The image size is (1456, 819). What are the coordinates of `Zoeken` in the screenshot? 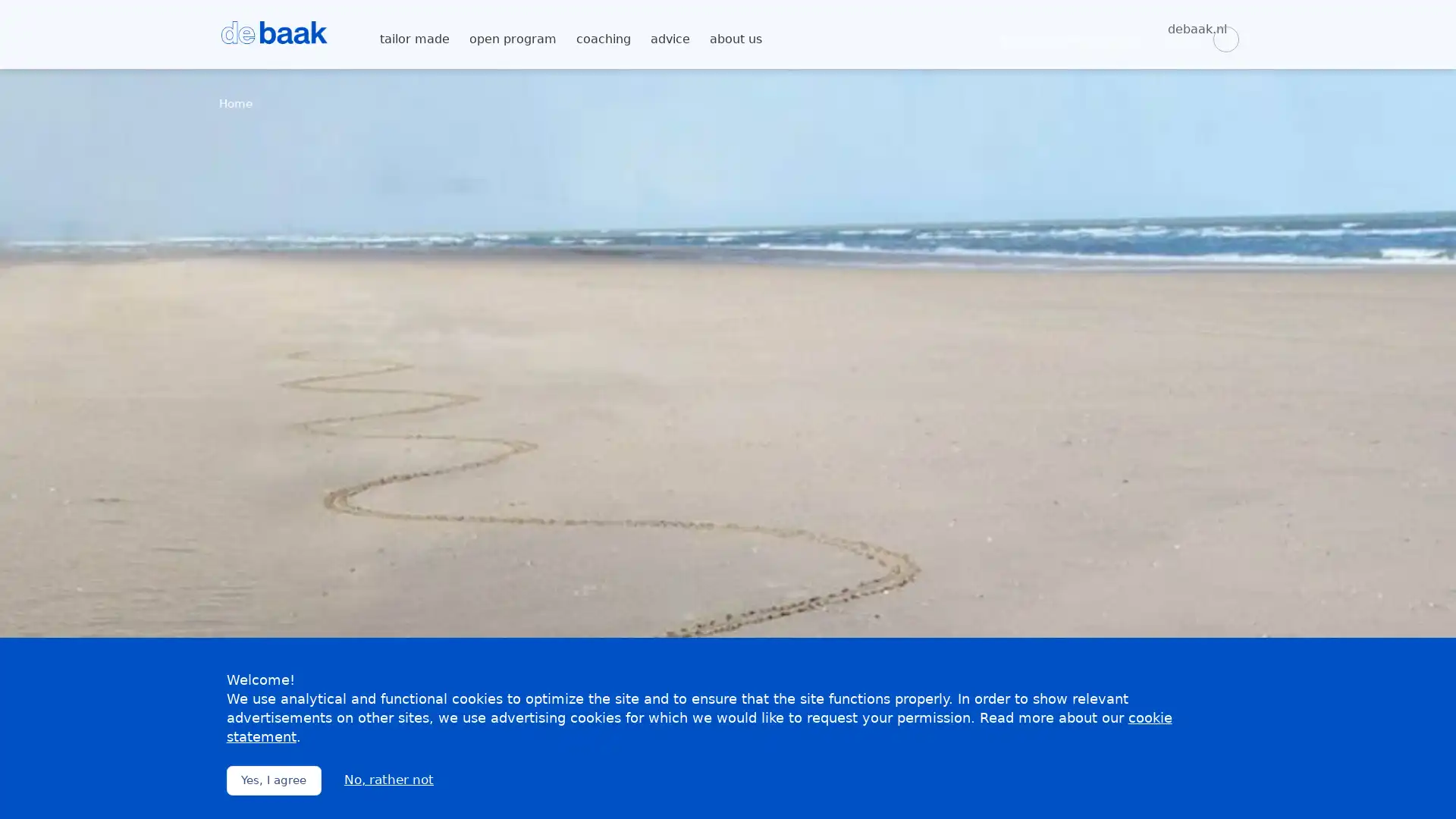 It's located at (1234, 78).